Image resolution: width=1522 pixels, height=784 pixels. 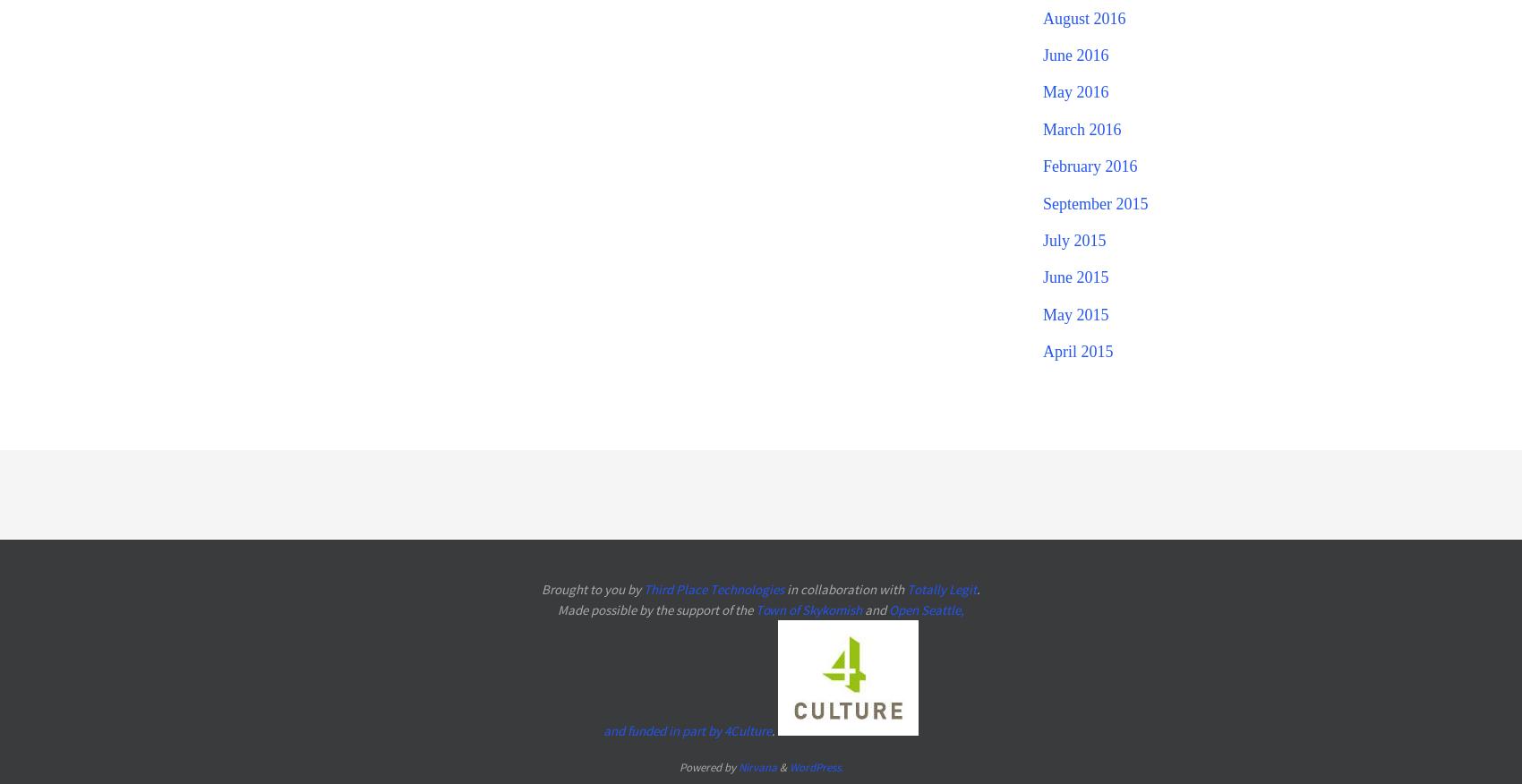 I want to click on ',', so click(x=961, y=608).